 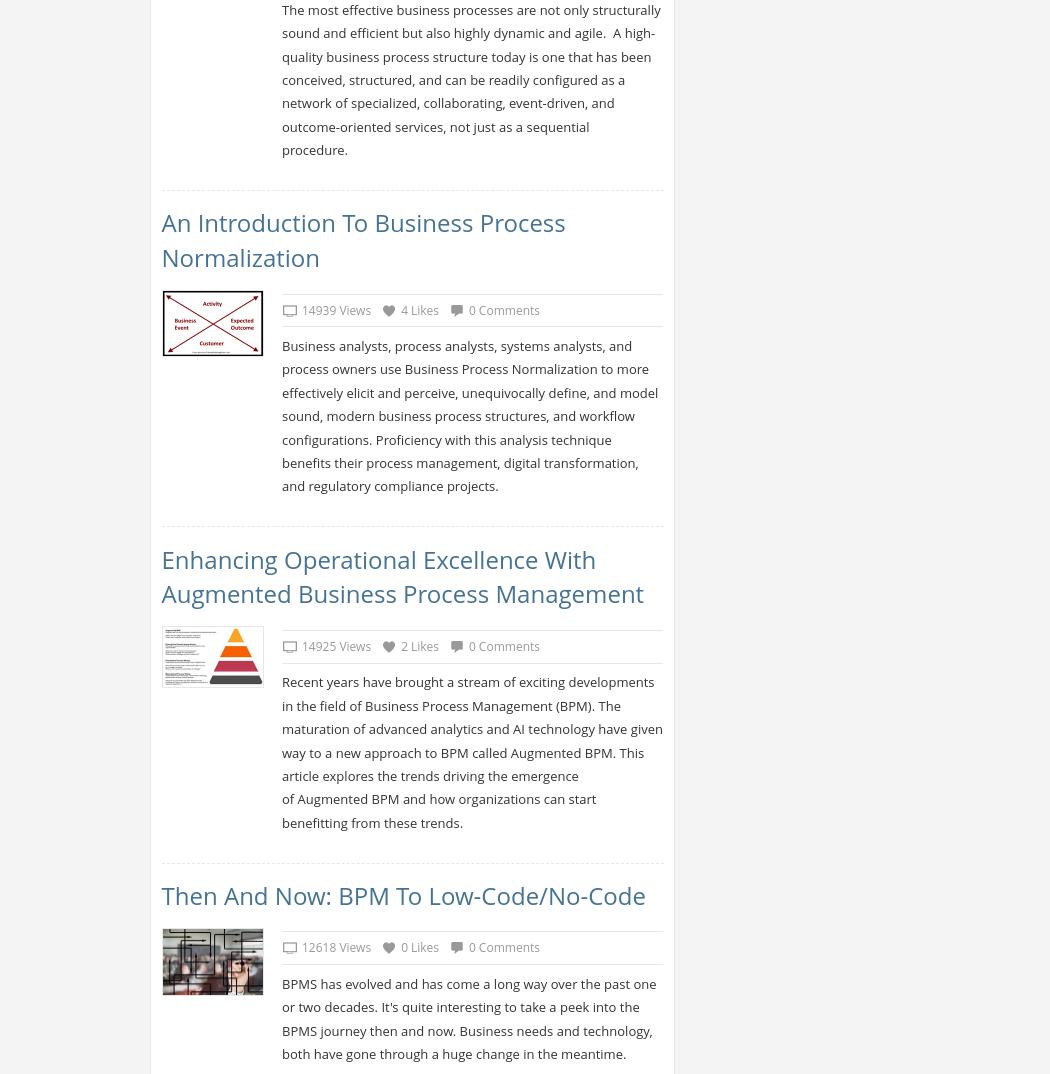 I want to click on '0 Likes', so click(x=418, y=947).